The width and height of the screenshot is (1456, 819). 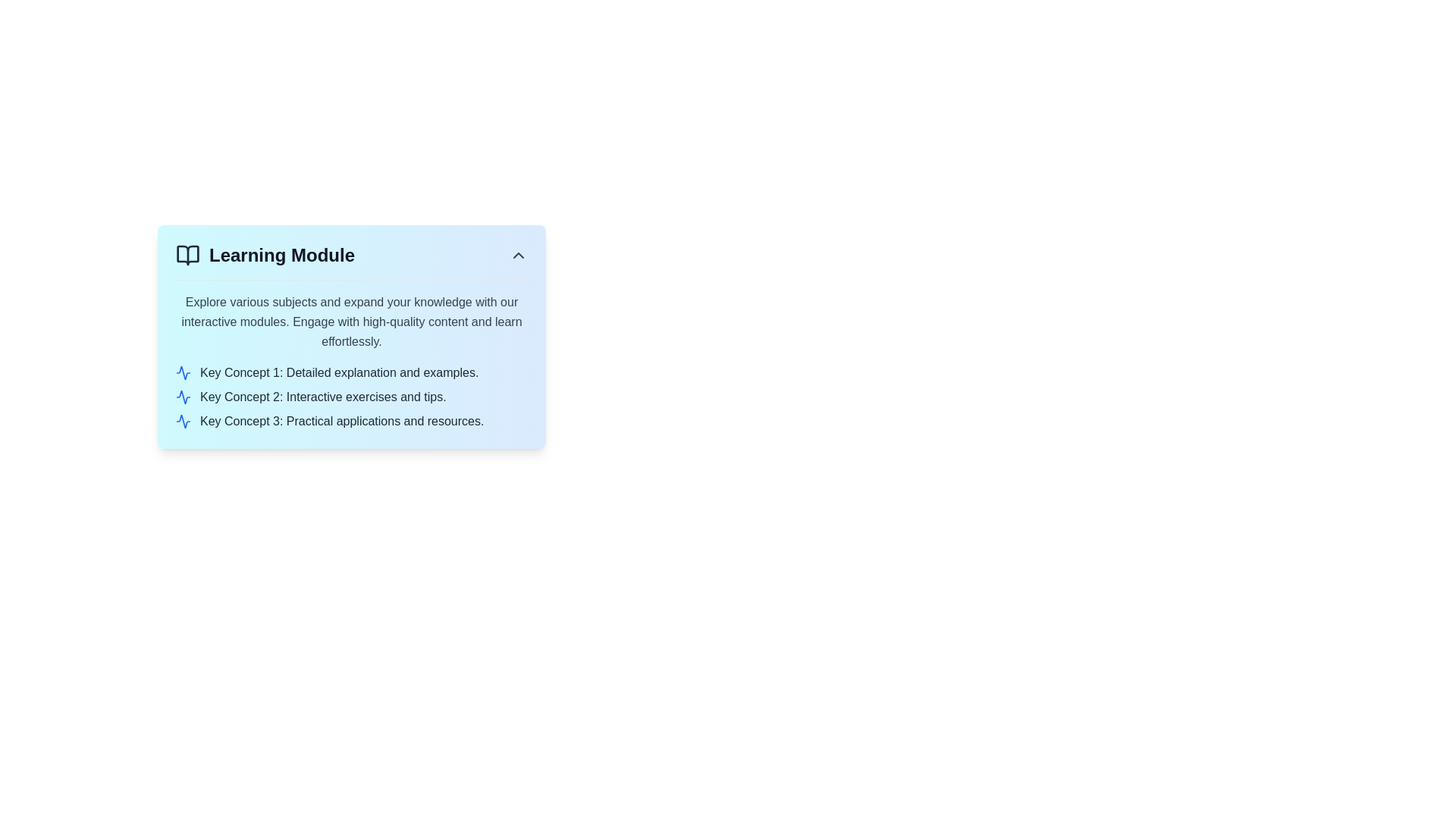 I want to click on the first icon in the vertical list under the heading 'Learning Module', which represents the first key concept, so click(x=182, y=373).